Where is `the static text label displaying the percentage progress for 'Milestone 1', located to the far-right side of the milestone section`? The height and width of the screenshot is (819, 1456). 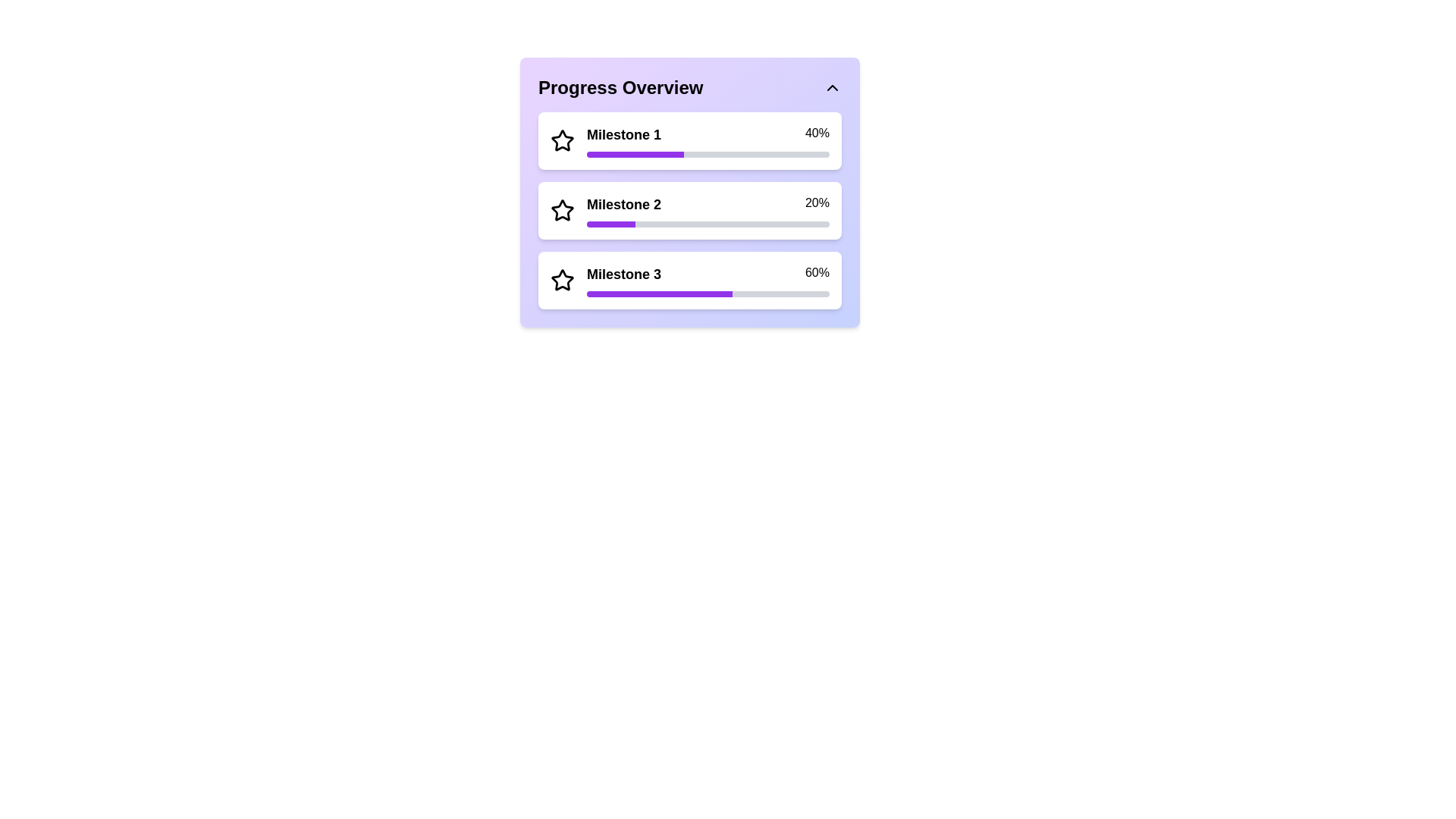 the static text label displaying the percentage progress for 'Milestone 1', located to the far-right side of the milestone section is located at coordinates (816, 133).